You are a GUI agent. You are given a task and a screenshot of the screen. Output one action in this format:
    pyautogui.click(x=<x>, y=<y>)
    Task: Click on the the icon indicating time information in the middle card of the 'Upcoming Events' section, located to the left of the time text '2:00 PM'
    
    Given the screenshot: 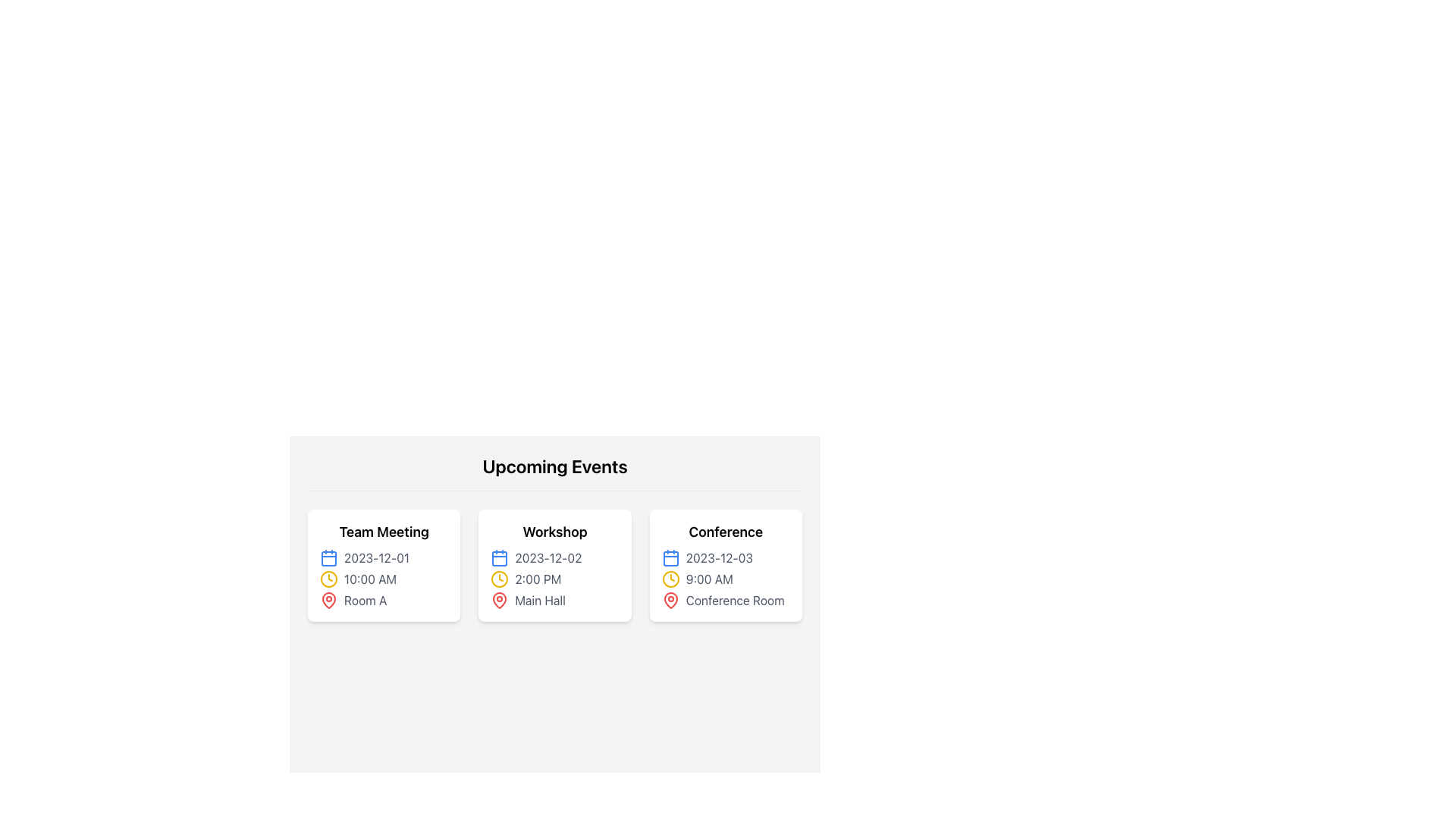 What is the action you would take?
    pyautogui.click(x=500, y=579)
    